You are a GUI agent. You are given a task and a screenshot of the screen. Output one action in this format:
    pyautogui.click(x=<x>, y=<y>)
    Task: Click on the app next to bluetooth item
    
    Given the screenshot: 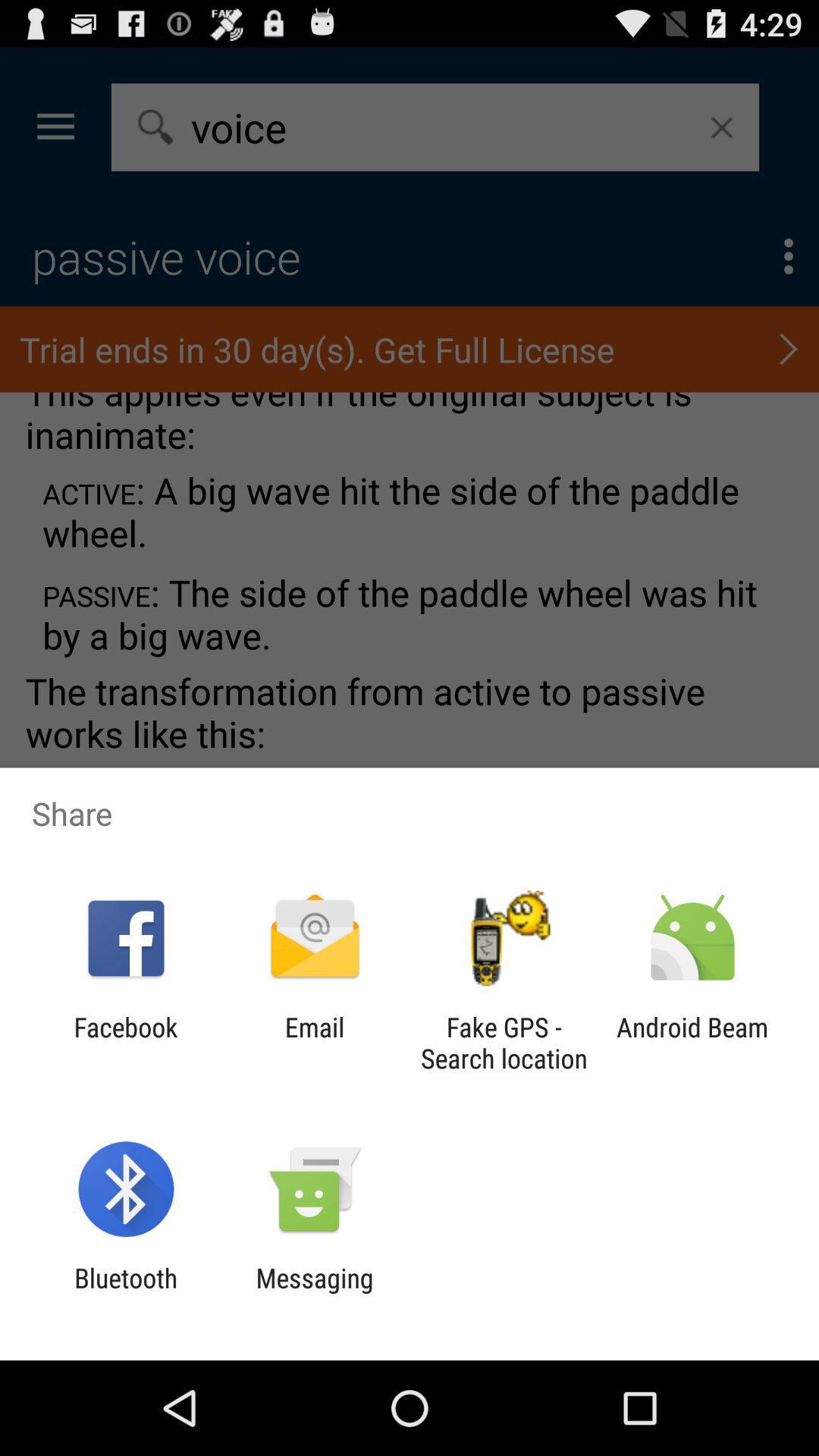 What is the action you would take?
    pyautogui.click(x=314, y=1293)
    